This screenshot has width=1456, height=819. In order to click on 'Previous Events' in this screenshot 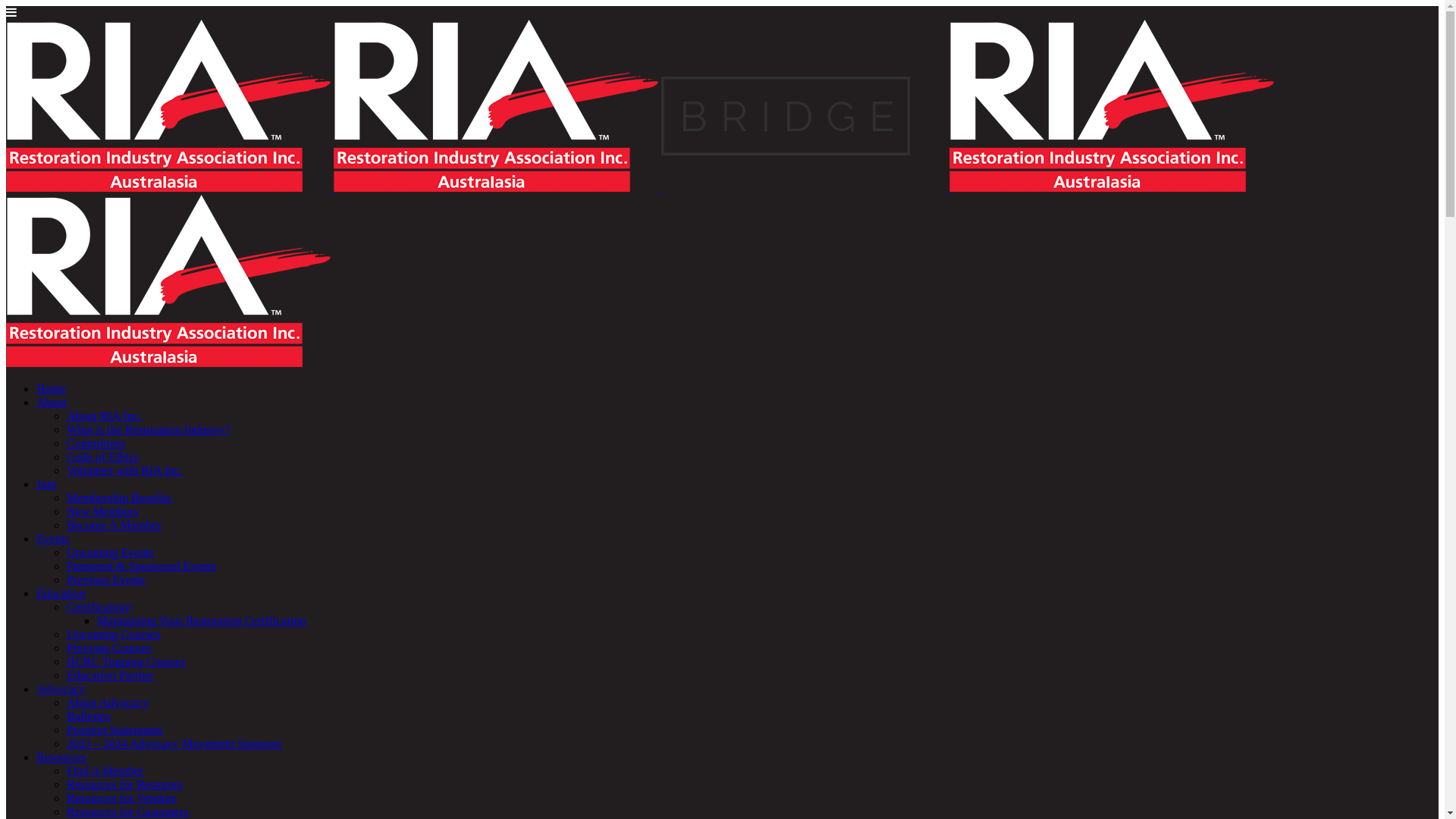, I will do `click(105, 579)`.